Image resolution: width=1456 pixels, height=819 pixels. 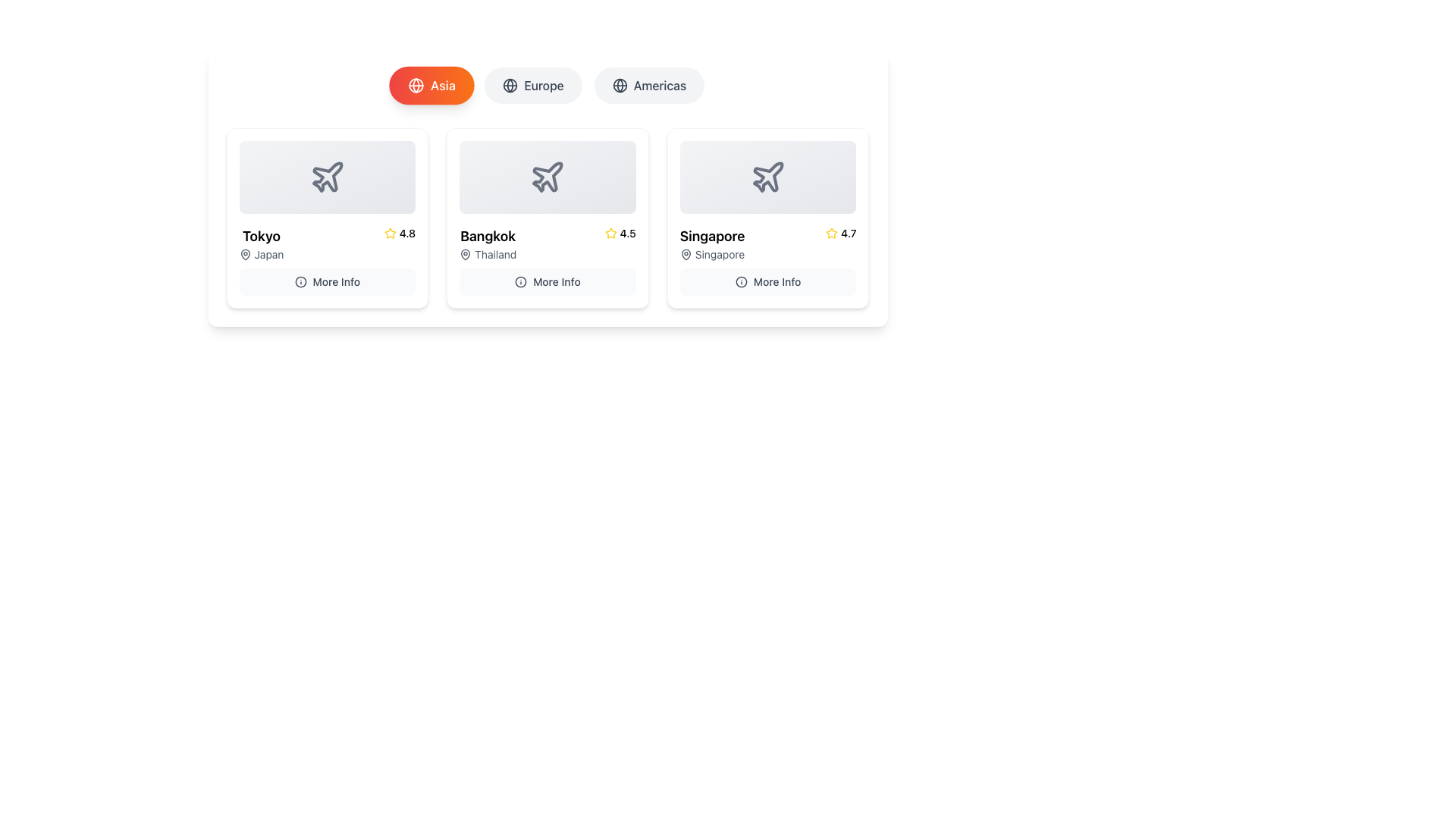 I want to click on the globe icon representing the 'Americas' button to trigger the hover effects, so click(x=620, y=85).